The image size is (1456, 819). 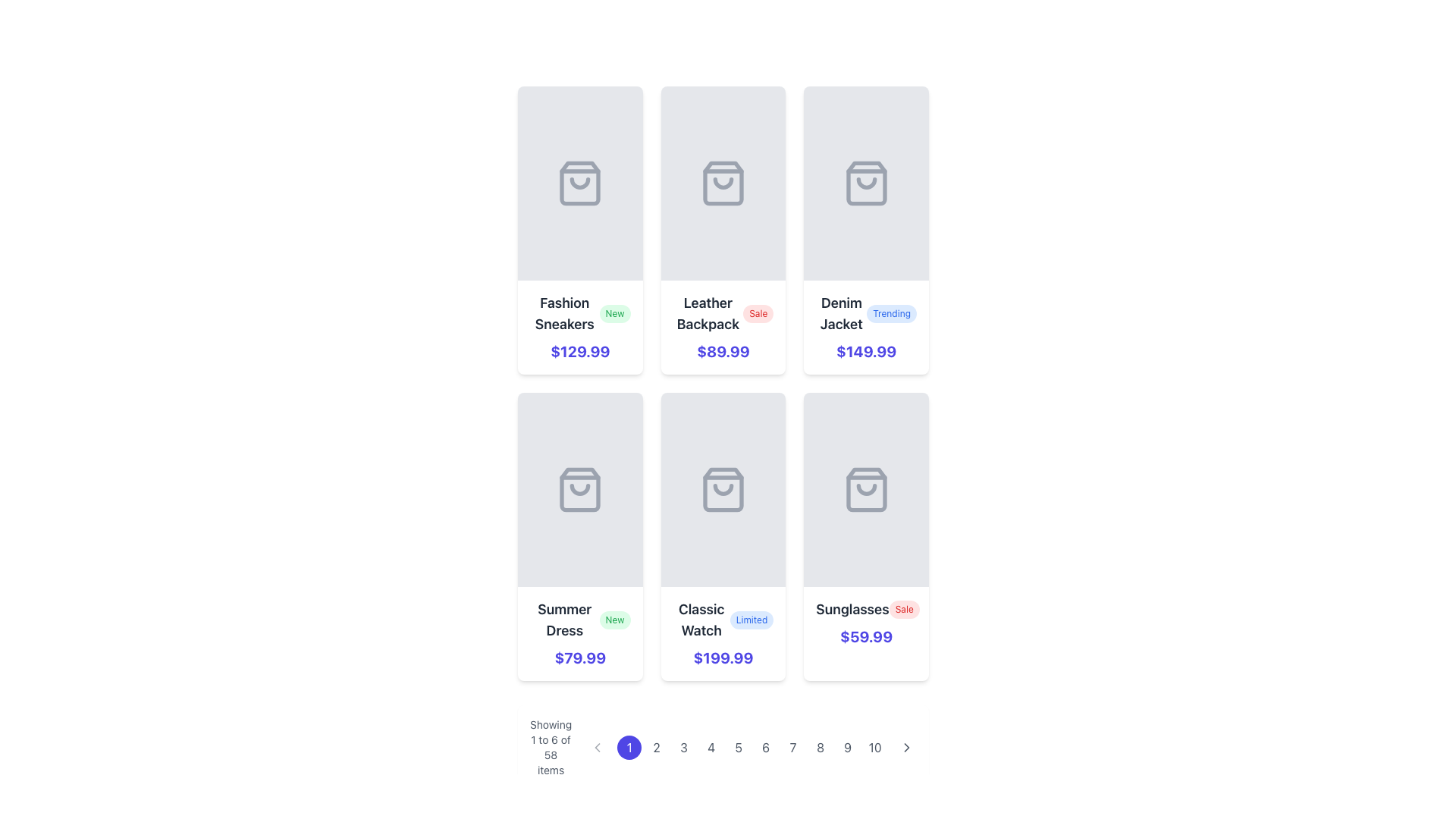 What do you see at coordinates (707, 312) in the screenshot?
I see `the 'Leather Backpack' text label, which serves as the product title in the first row of the grid layout, positioned left of the 'Sale' badge` at bounding box center [707, 312].